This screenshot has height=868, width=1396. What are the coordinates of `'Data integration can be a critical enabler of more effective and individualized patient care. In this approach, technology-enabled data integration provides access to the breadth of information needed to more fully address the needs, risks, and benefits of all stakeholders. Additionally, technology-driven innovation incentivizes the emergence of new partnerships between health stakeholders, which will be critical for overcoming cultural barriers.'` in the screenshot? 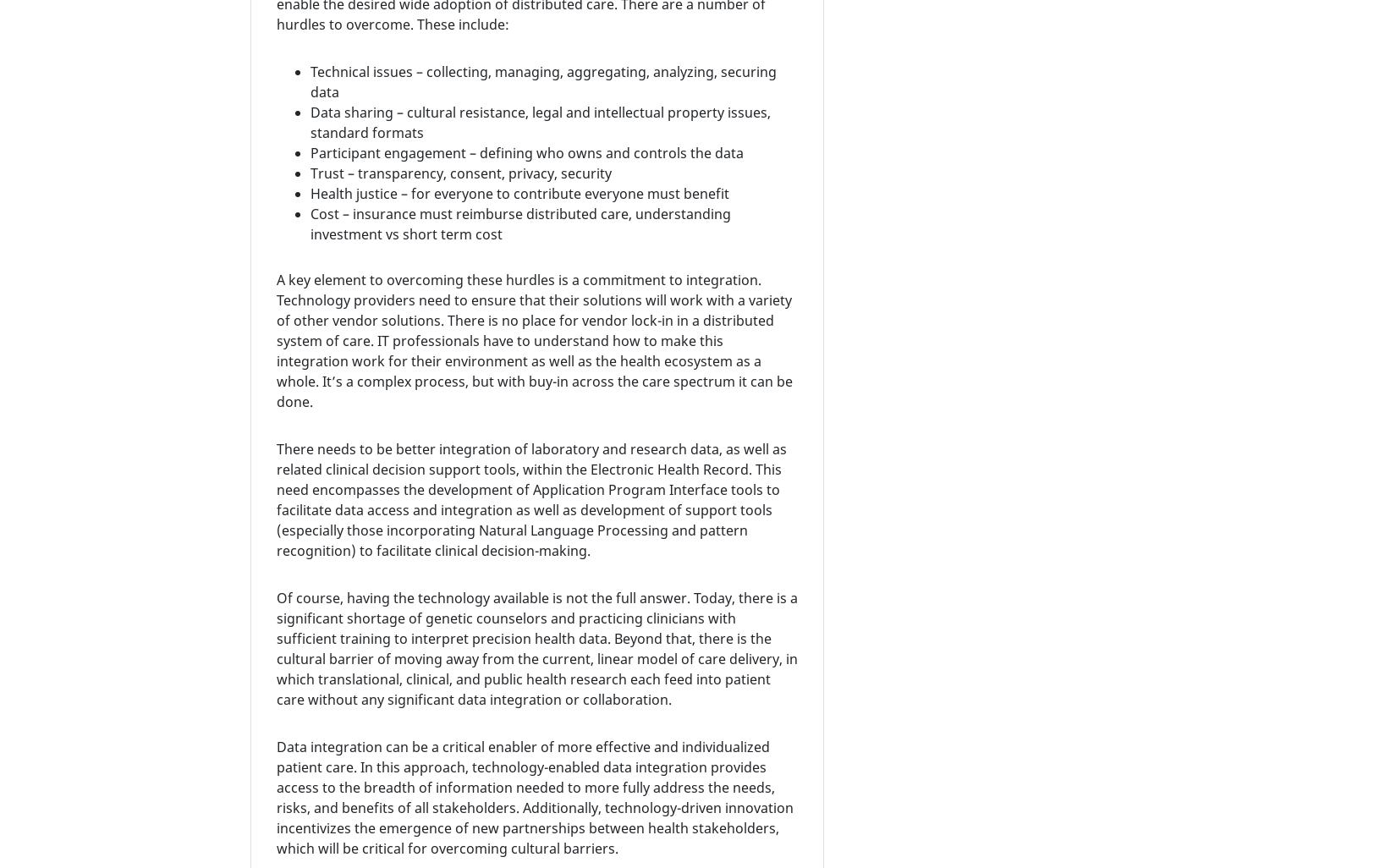 It's located at (533, 796).